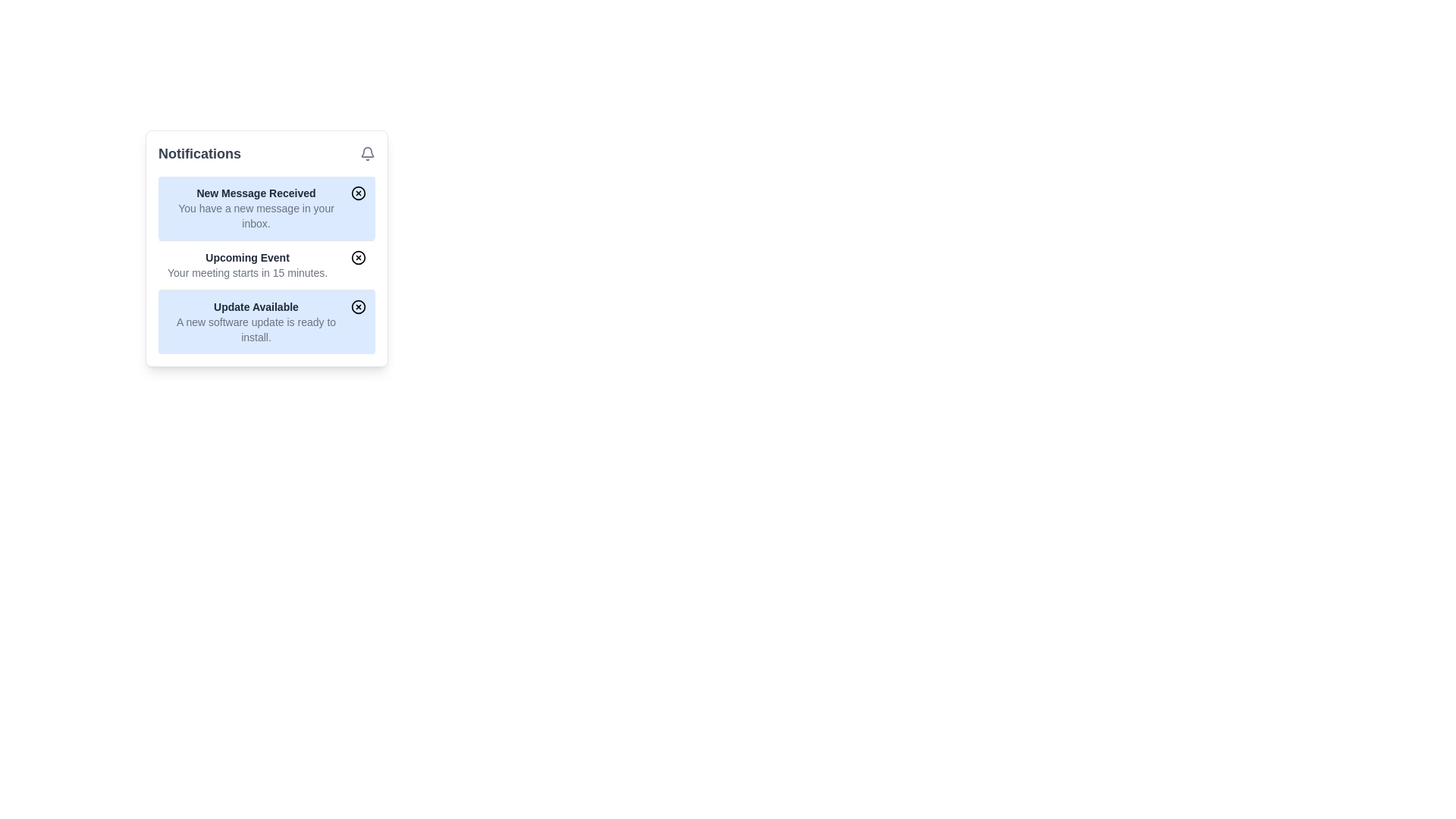 The width and height of the screenshot is (1456, 819). I want to click on the circular button with a hollow circle and 'x' shape in the center, so click(358, 307).